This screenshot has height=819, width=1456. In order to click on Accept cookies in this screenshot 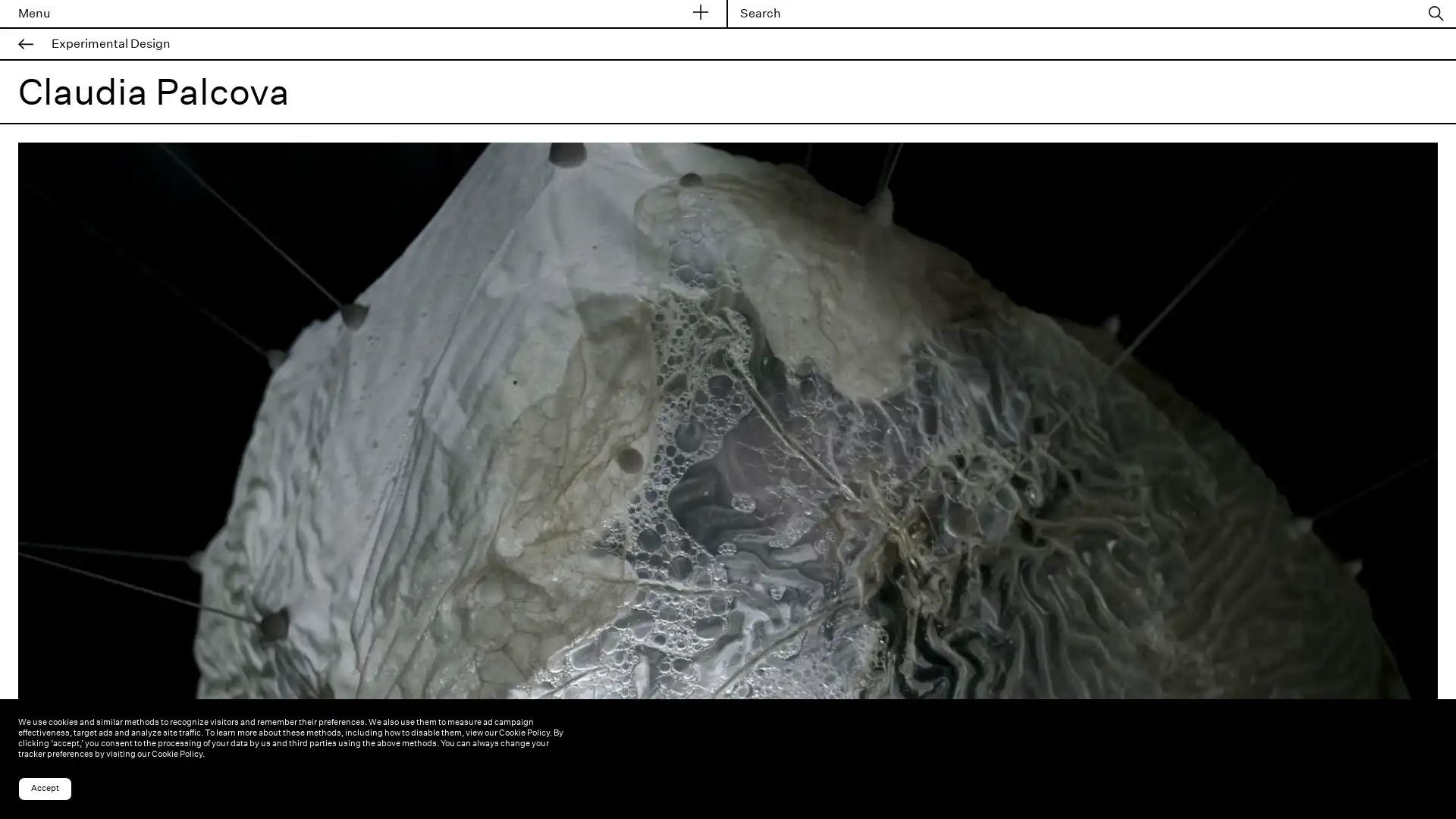, I will do `click(45, 788)`.